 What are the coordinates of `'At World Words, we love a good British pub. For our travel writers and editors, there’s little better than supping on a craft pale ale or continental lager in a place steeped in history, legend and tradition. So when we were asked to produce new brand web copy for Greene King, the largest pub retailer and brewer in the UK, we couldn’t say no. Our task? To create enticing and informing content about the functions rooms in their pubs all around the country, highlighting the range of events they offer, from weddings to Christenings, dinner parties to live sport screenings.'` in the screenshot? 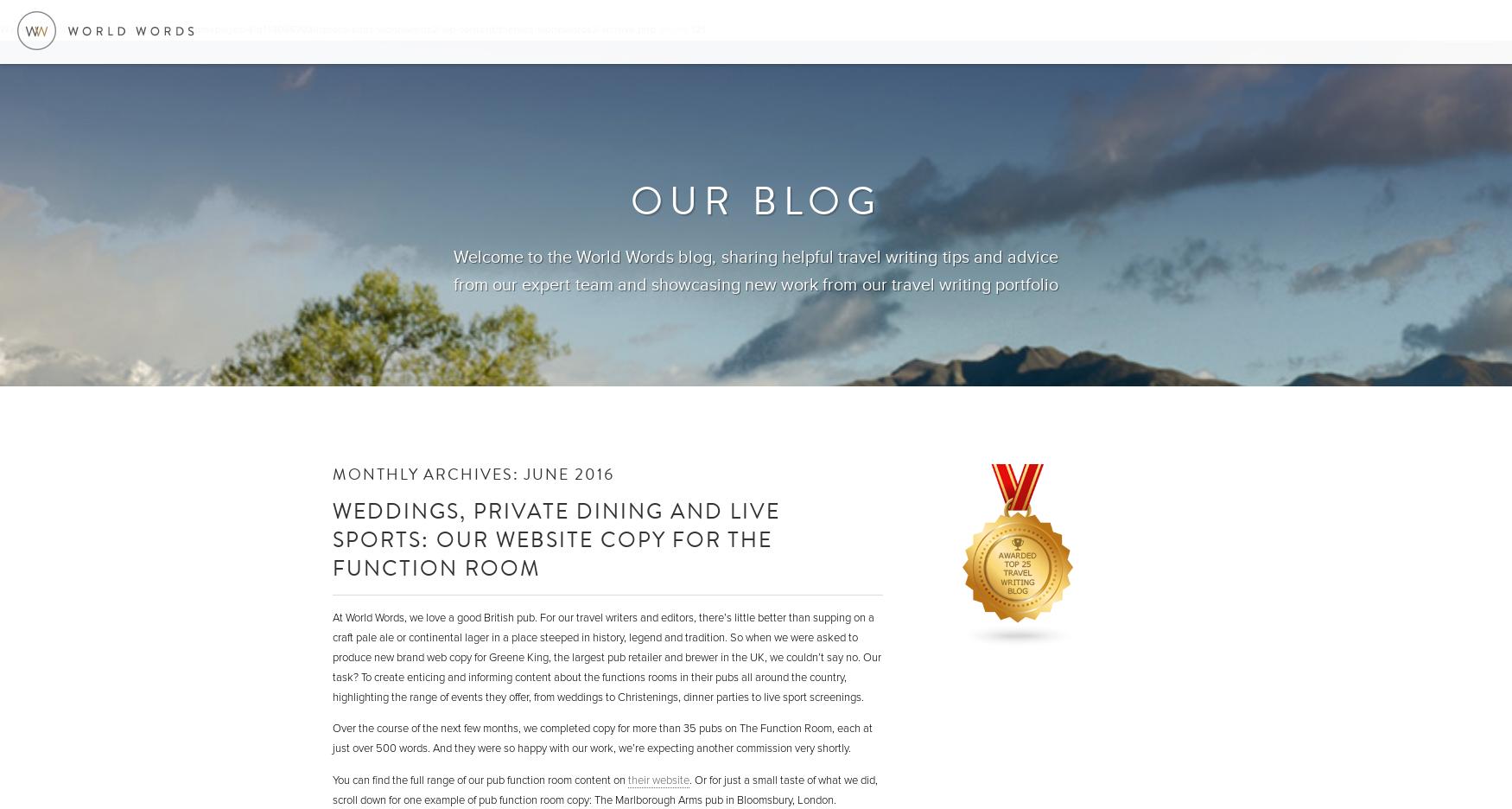 It's located at (607, 657).